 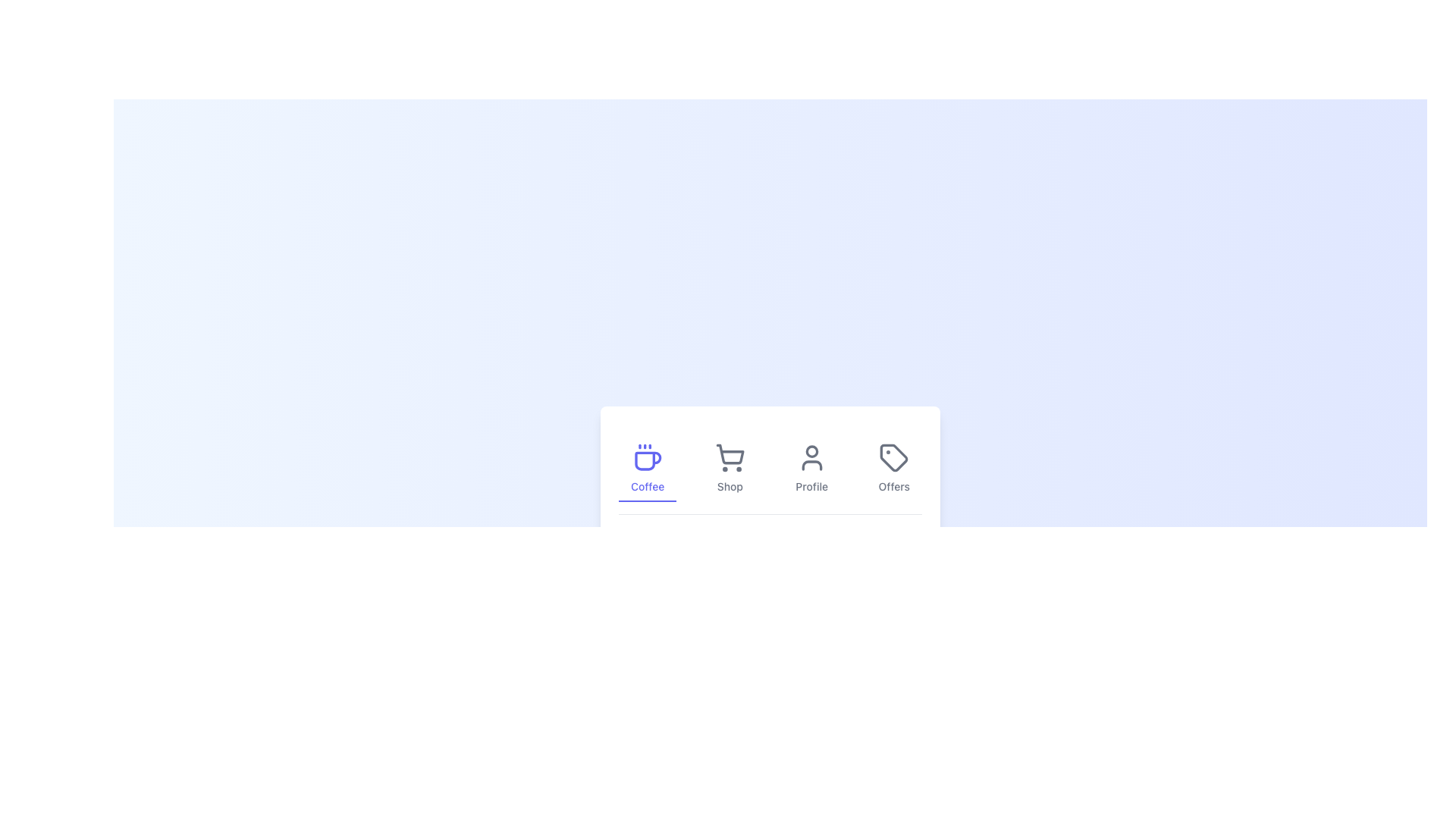 I want to click on the Shop label in the navigation bar, so click(x=730, y=486).